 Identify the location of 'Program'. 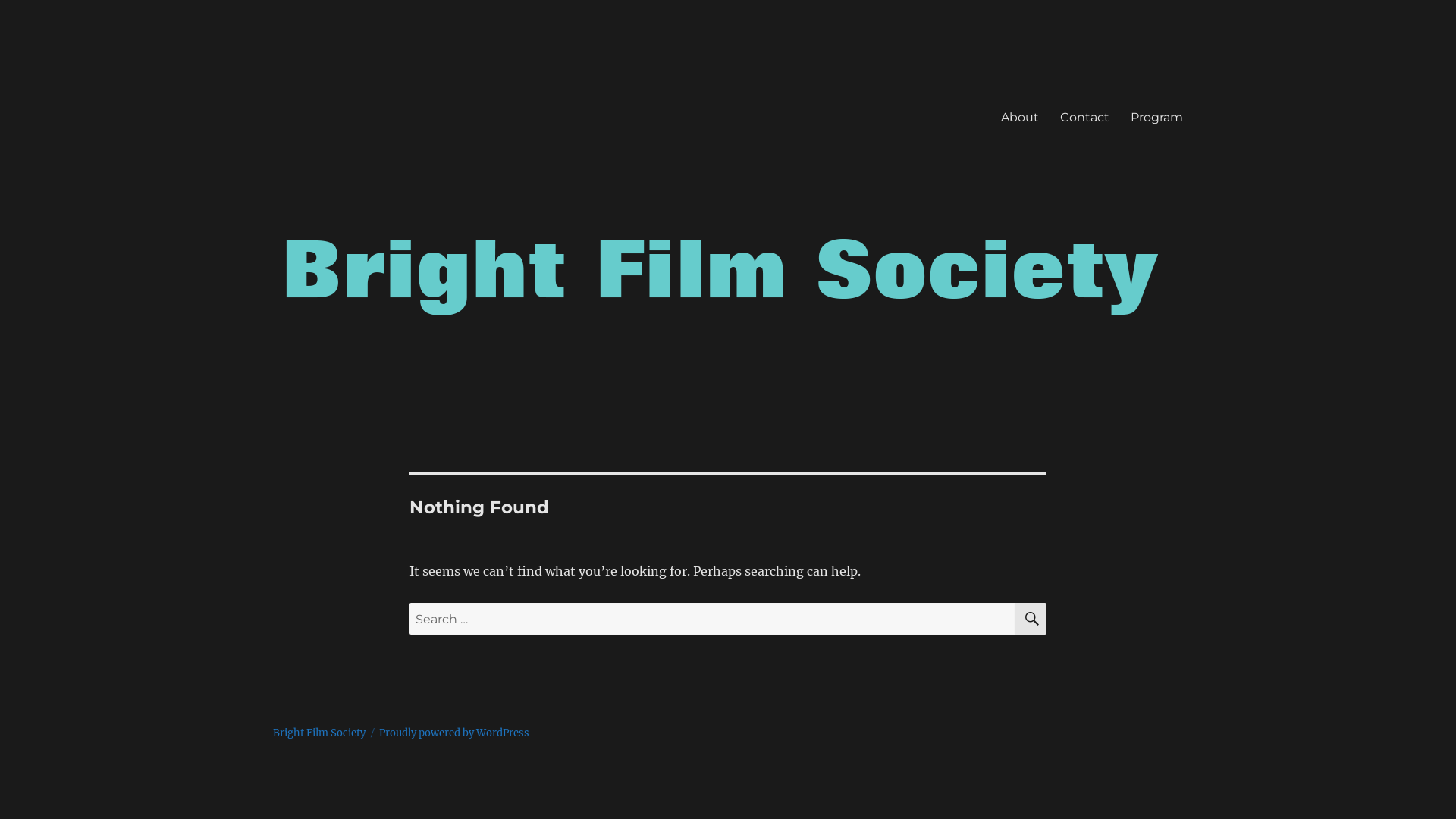
(1156, 116).